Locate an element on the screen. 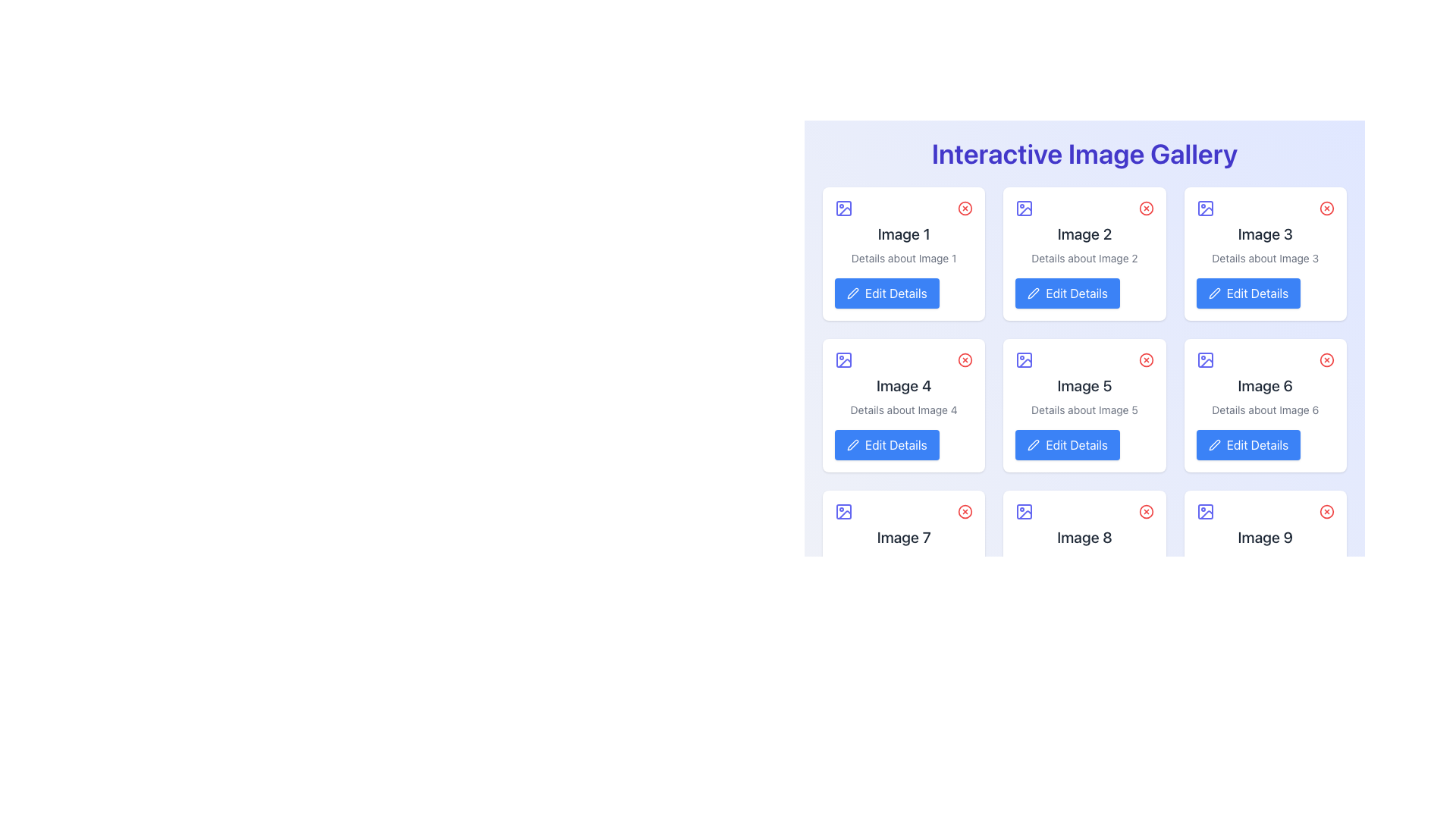 The height and width of the screenshot is (819, 1456). the interactive button for editing details related to 'Image 5' by clicking it is located at coordinates (1066, 444).